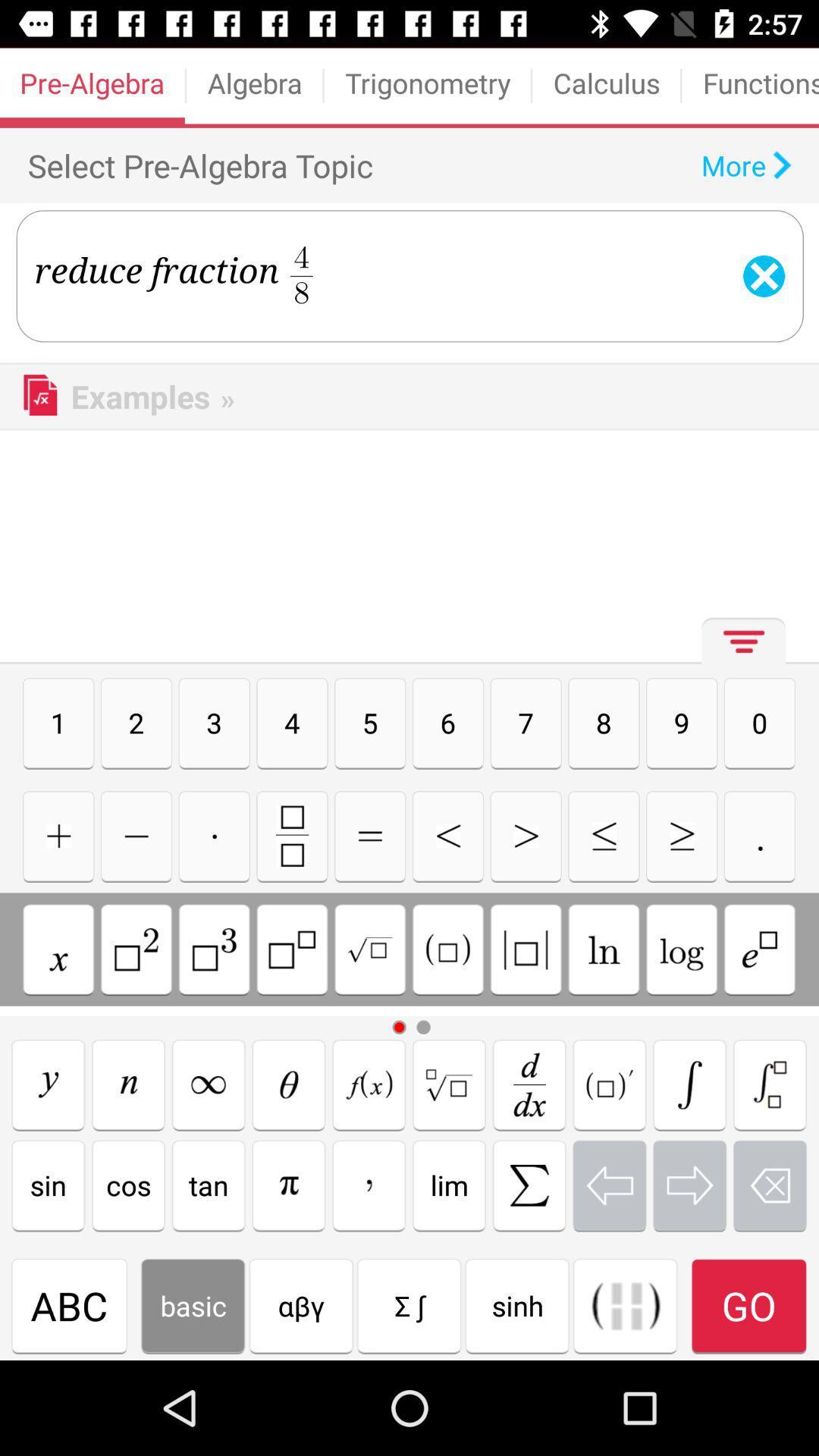 The image size is (819, 1456). Describe the element at coordinates (681, 835) in the screenshot. I see `greater than` at that location.